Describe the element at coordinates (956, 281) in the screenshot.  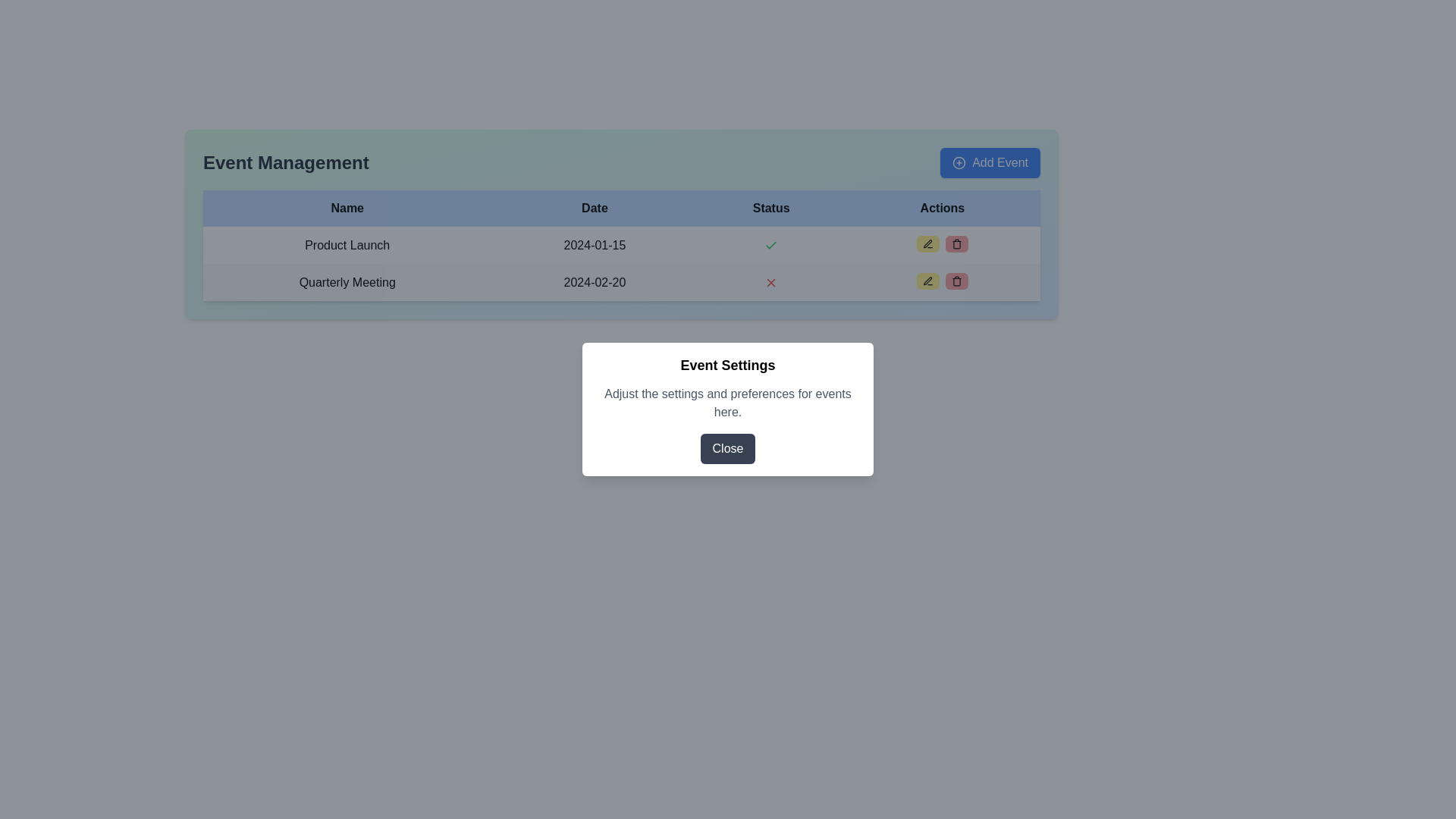
I see `the delete button in the 'Actions' column of the 'Quarterly Meeting' row` at that location.